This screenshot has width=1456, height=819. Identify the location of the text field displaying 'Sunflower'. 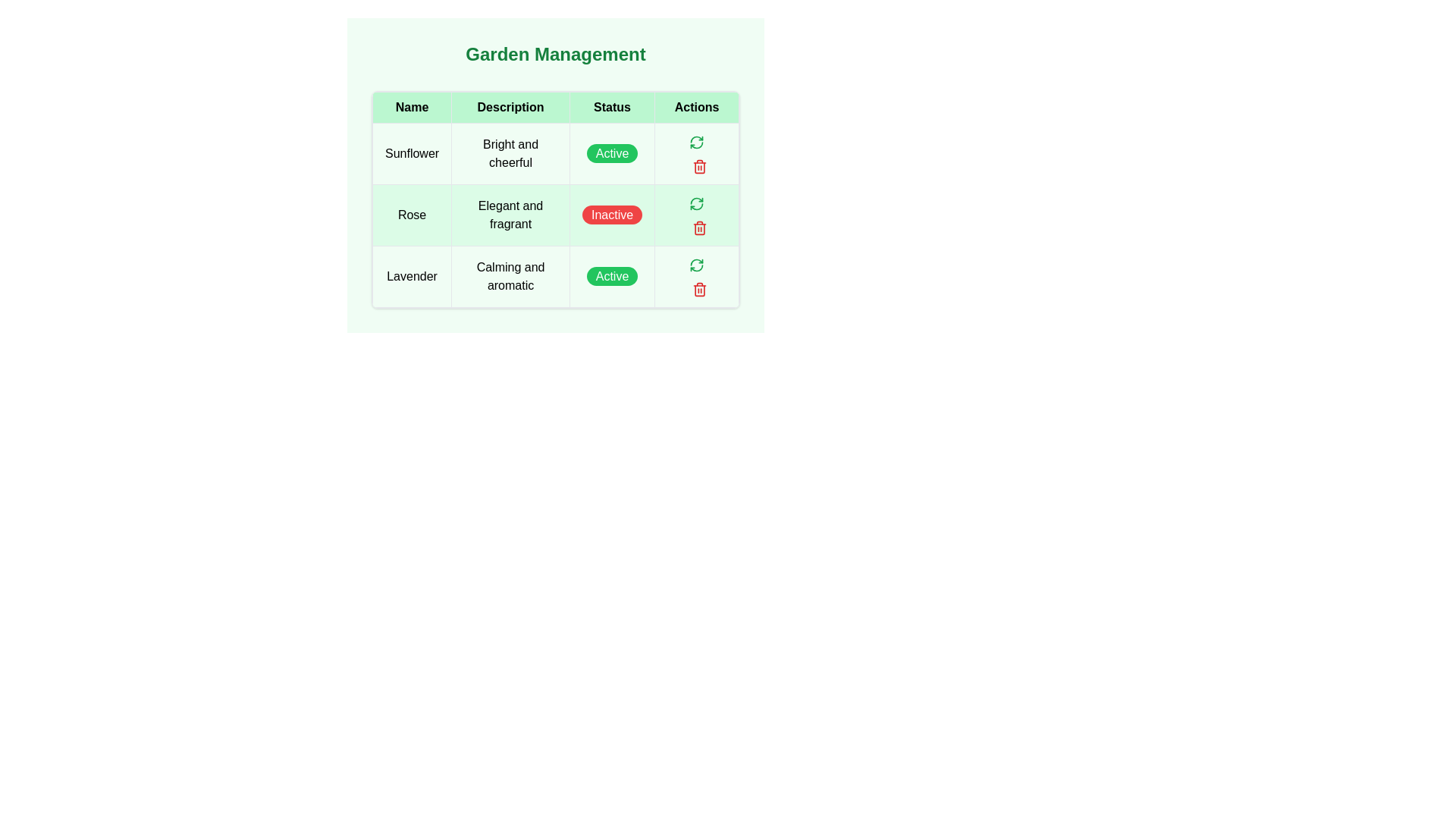
(412, 154).